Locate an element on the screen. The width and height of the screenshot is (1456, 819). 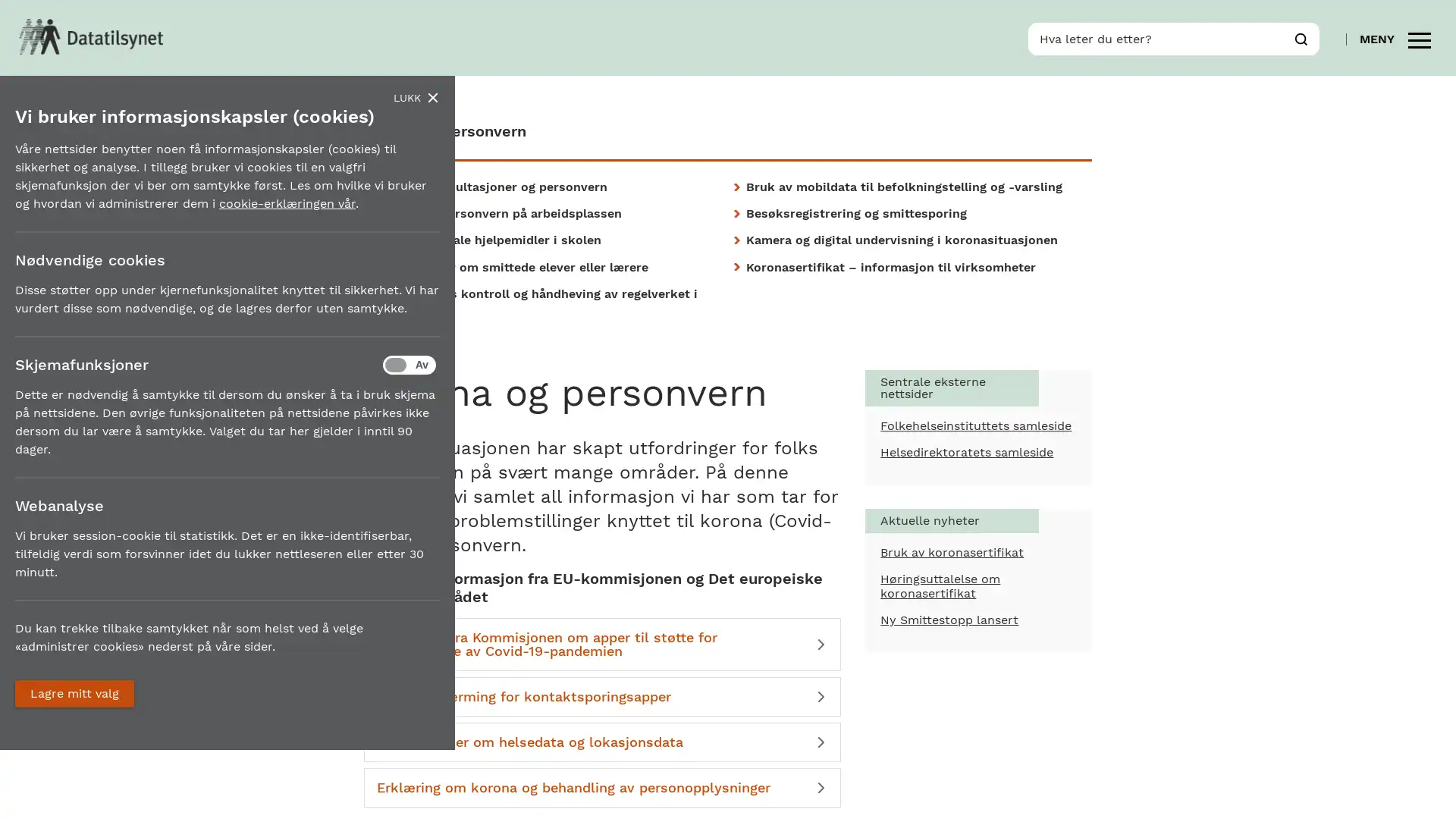
Sk is located at coordinates (1301, 37).